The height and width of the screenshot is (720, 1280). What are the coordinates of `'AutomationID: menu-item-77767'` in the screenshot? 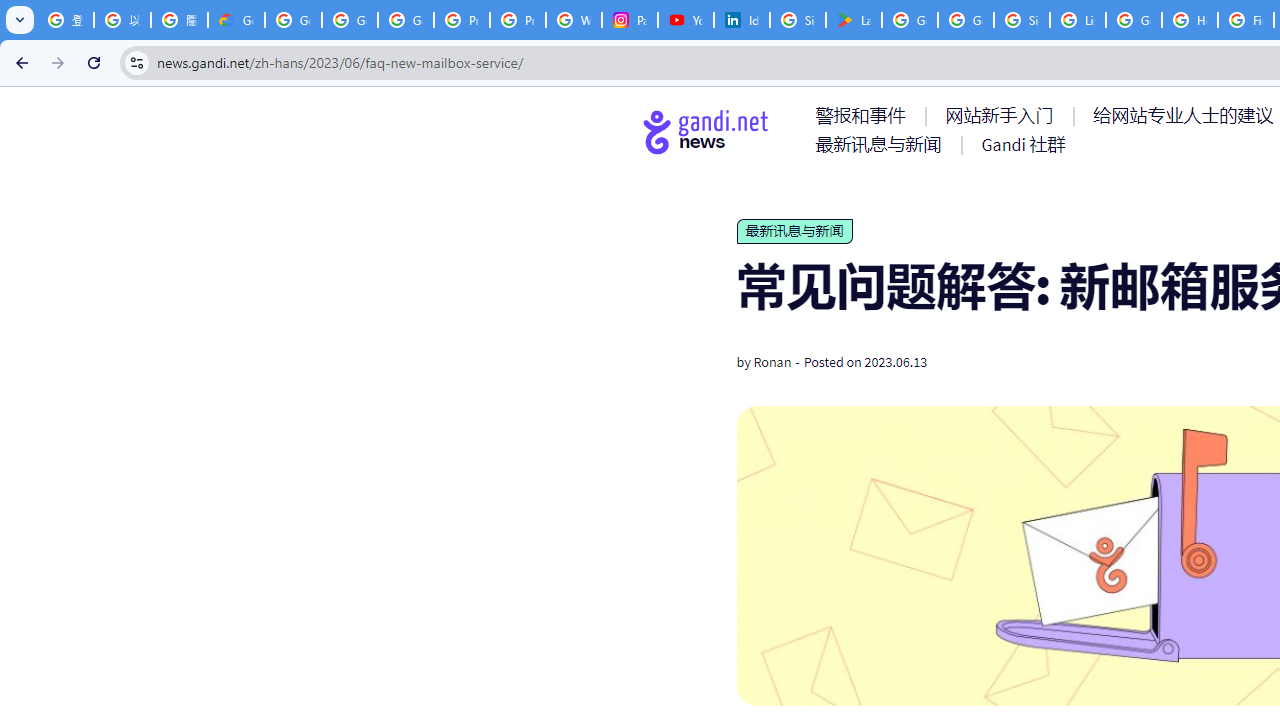 It's located at (1023, 143).